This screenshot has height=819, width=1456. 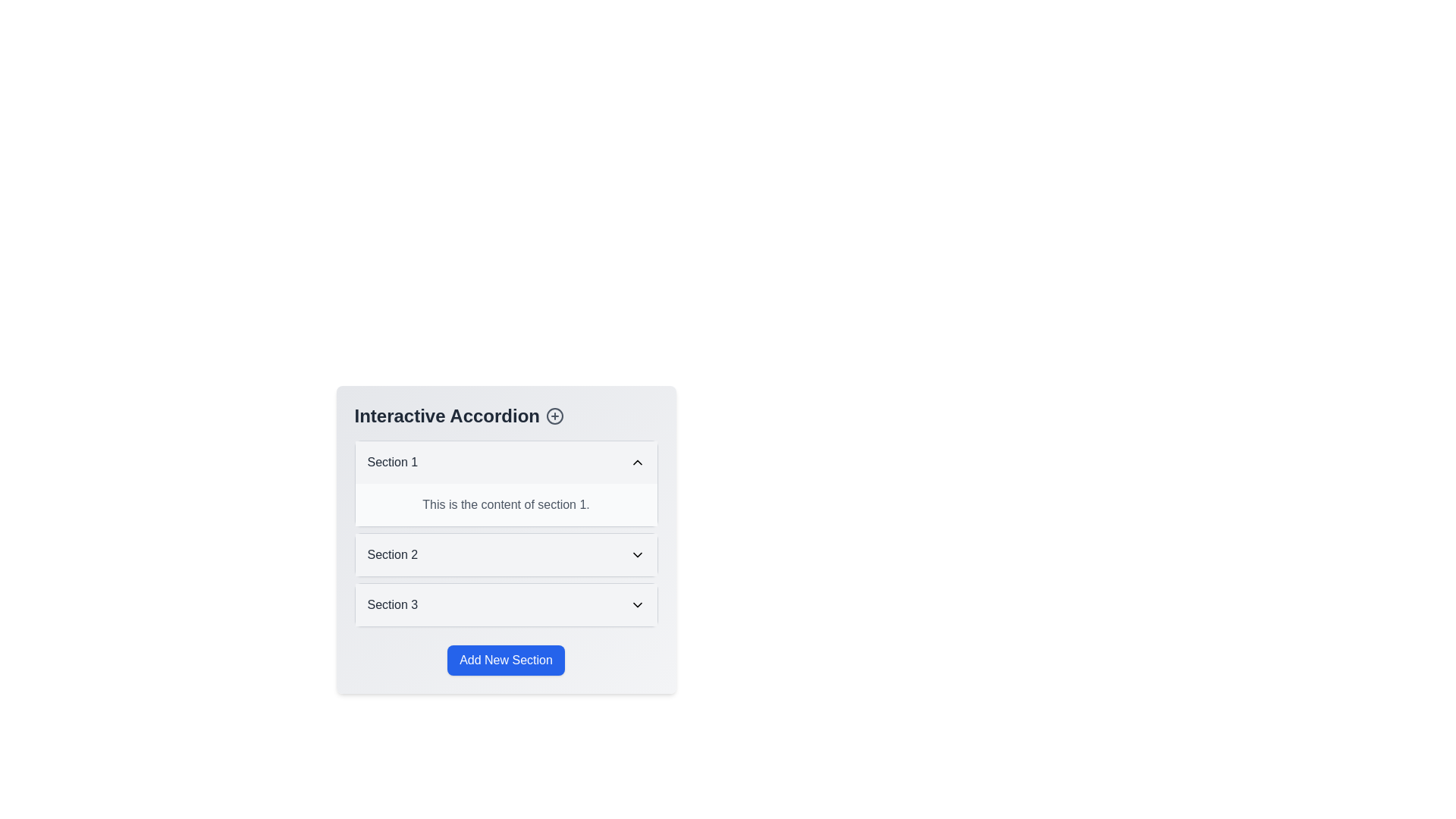 I want to click on the circular icon with a plus sign located next to the 'Interactive Accordion' heading, so click(x=554, y=416).